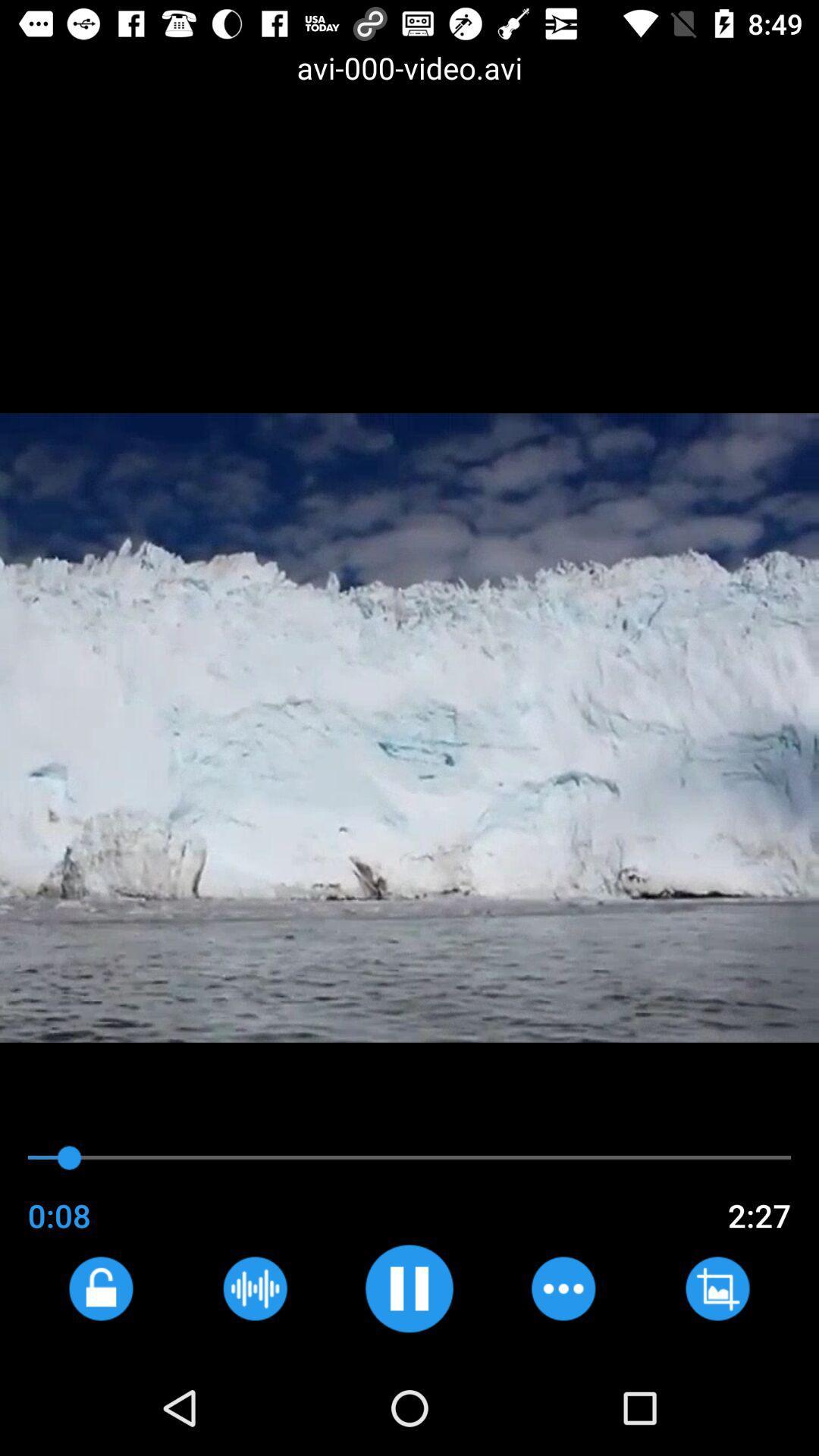 This screenshot has height=1456, width=819. Describe the element at coordinates (254, 1288) in the screenshot. I see `listen audio` at that location.